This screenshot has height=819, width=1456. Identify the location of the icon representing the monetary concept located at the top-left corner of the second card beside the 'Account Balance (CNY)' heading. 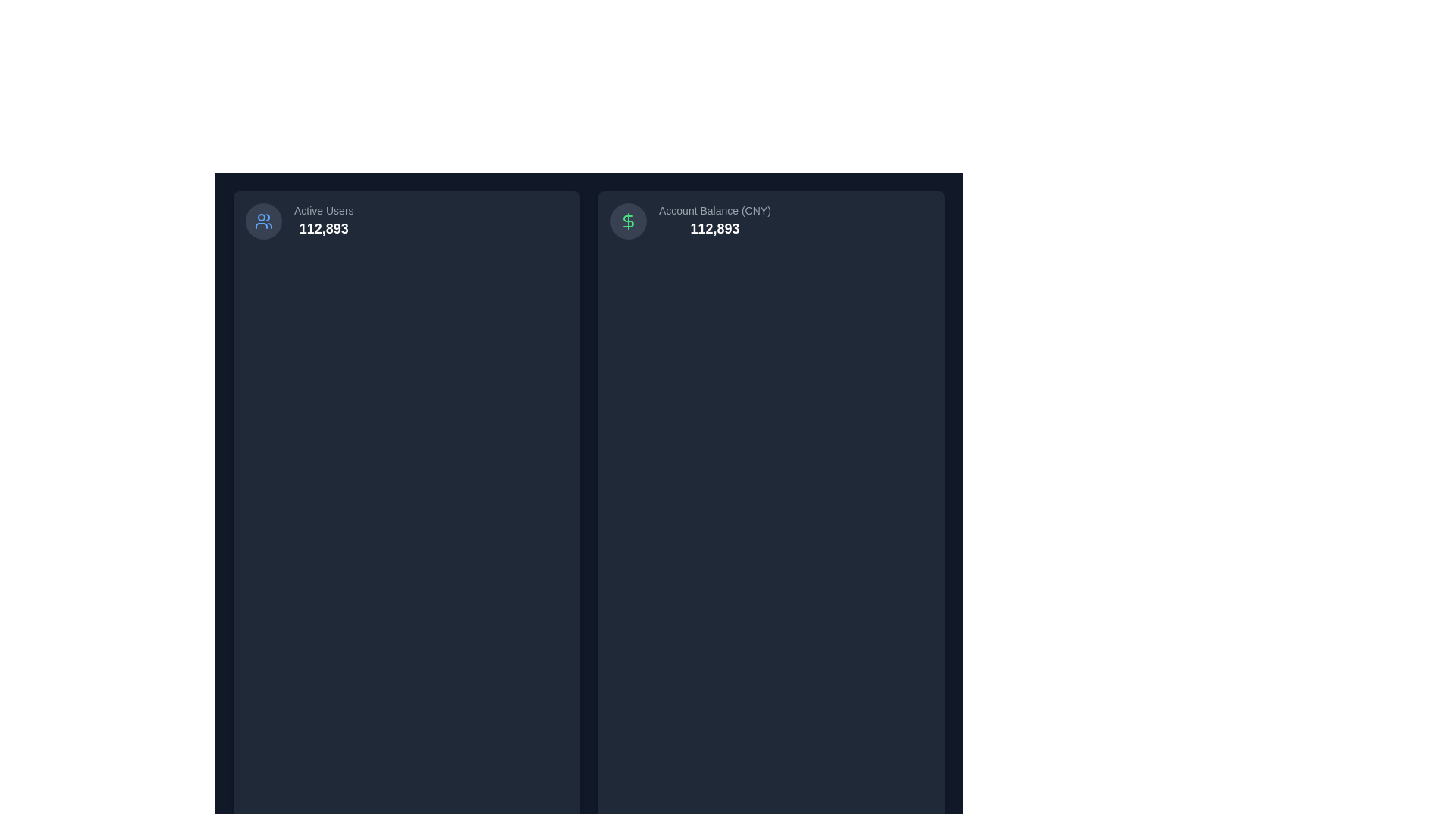
(629, 221).